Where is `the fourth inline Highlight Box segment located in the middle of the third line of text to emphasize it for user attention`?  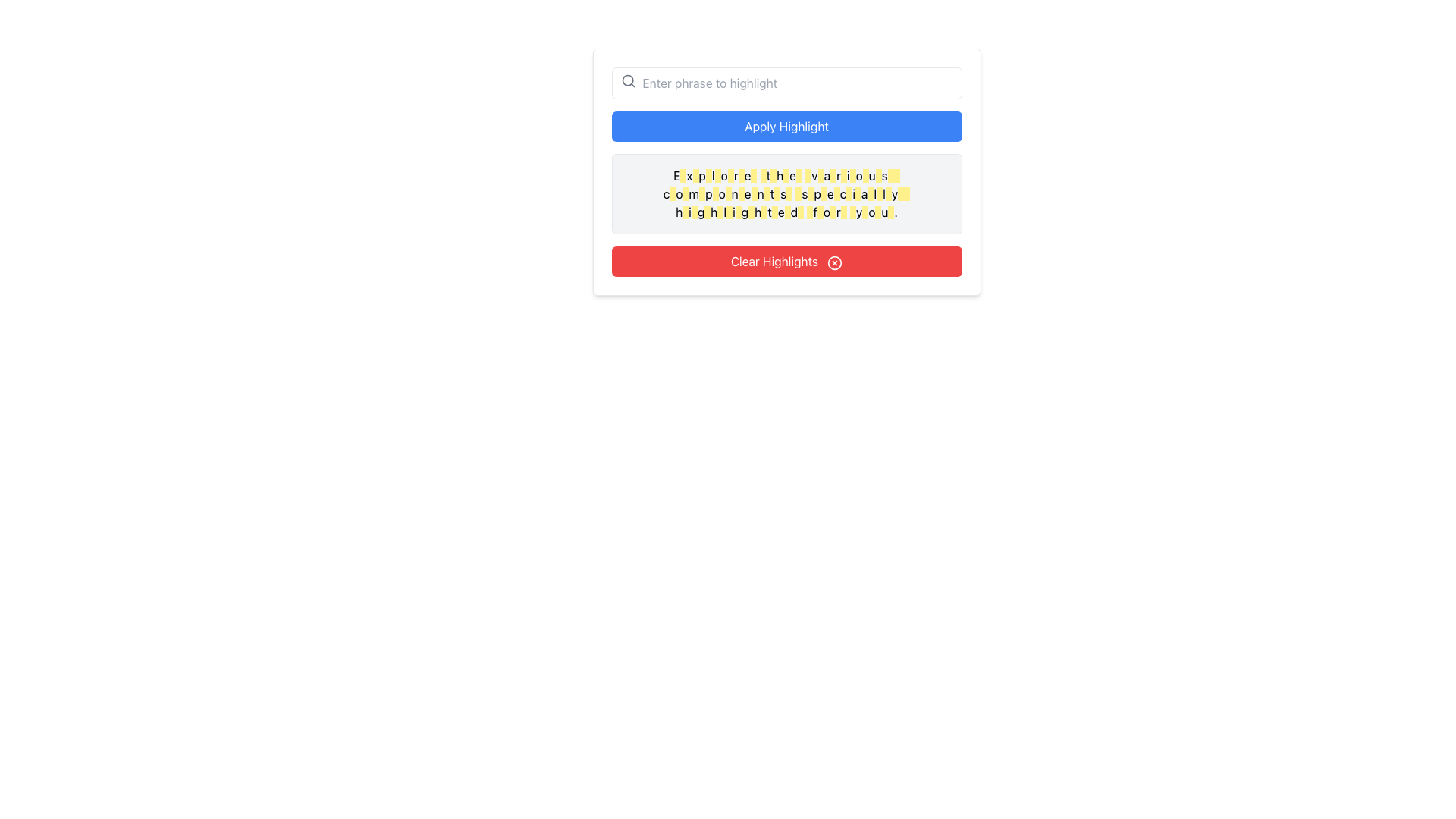
the fourth inline Highlight Box segment located in the middle of the third line of text to emphasize it for user attention is located at coordinates (720, 212).